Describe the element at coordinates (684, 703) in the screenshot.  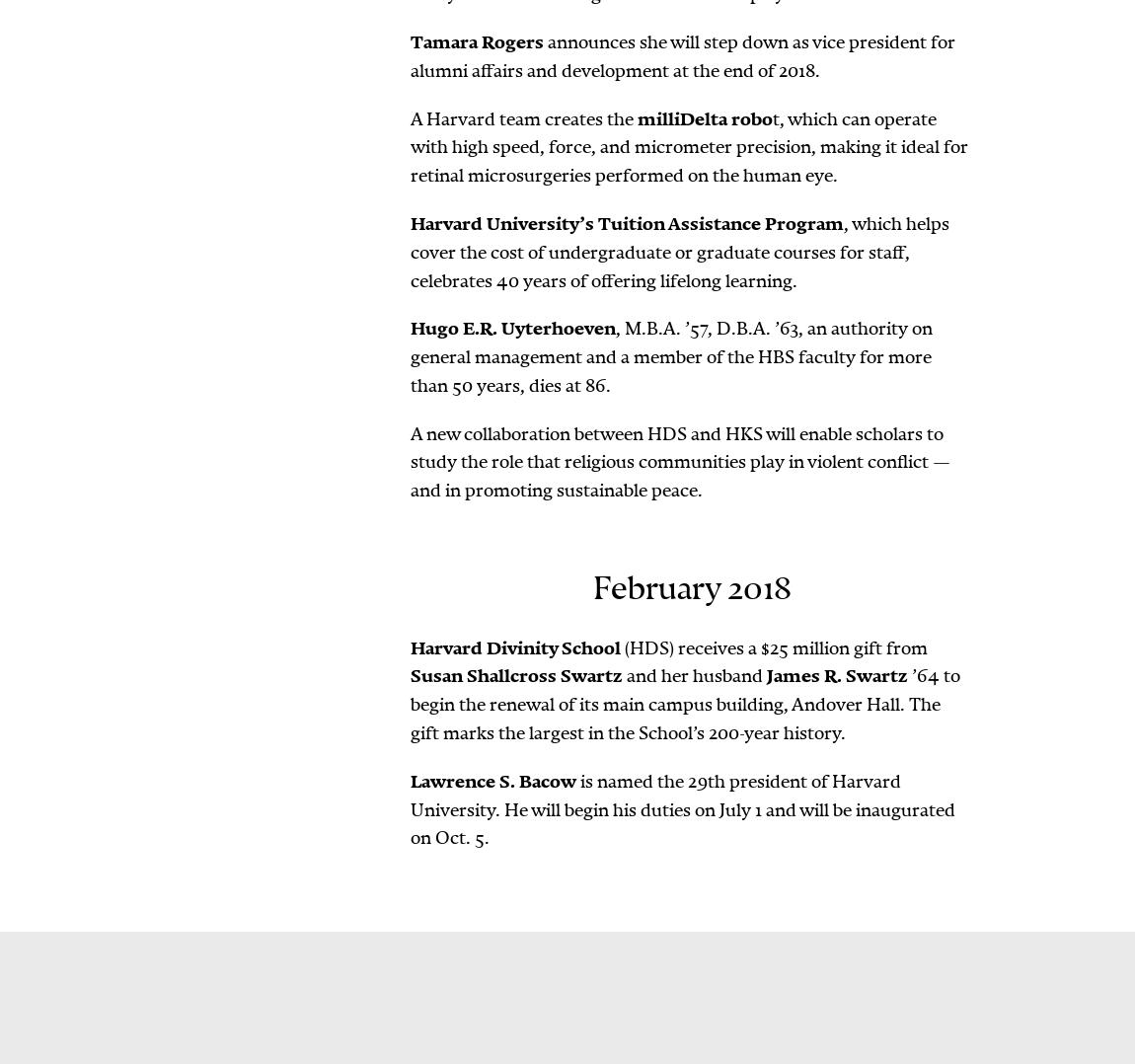
I see `'’64 to begin the renewal of its main campus building, Andover Hall. The gift marks the largest in the School’s 200-year history.'` at that location.